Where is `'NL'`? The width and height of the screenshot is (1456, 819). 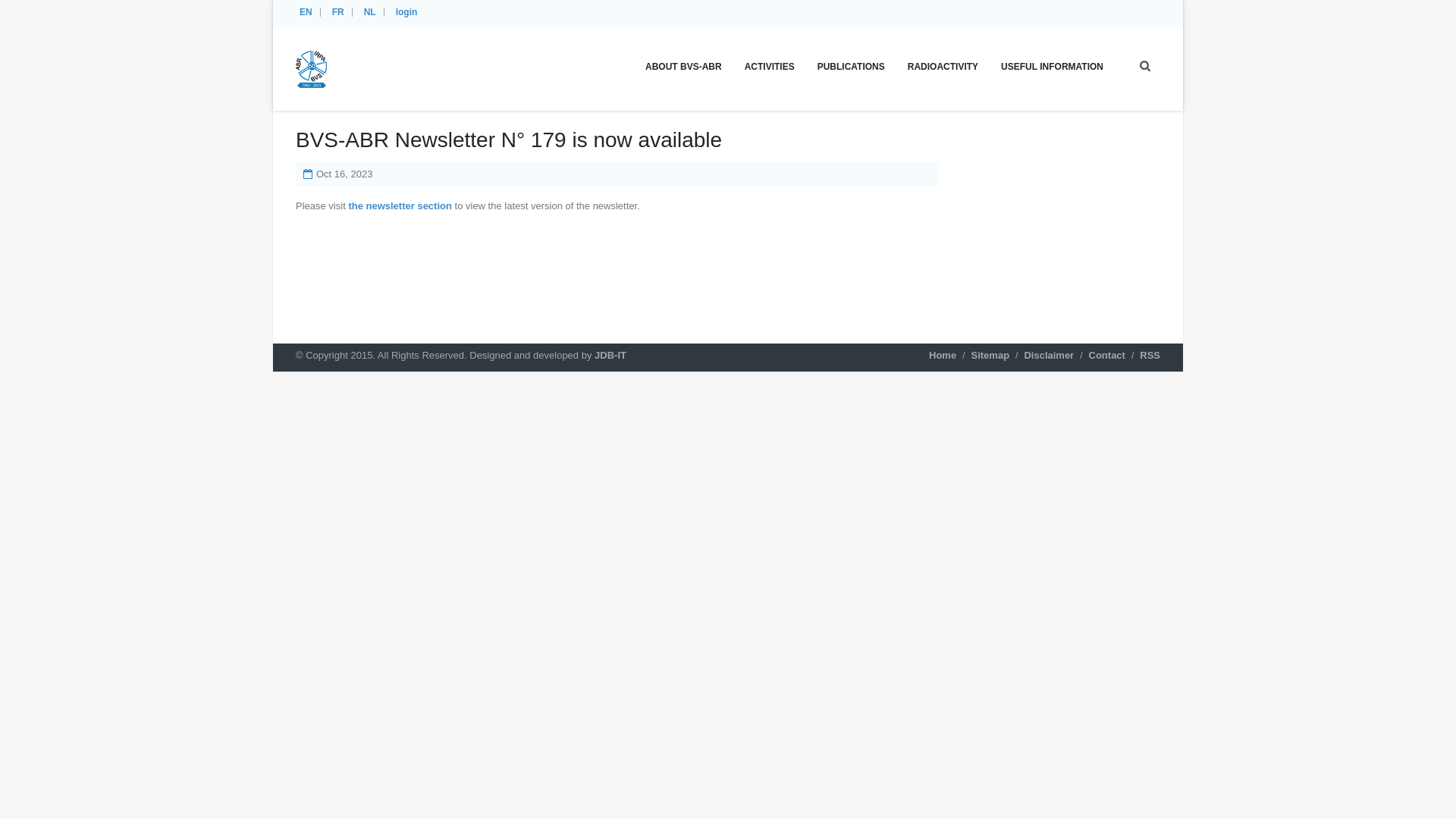 'NL' is located at coordinates (372, 11).